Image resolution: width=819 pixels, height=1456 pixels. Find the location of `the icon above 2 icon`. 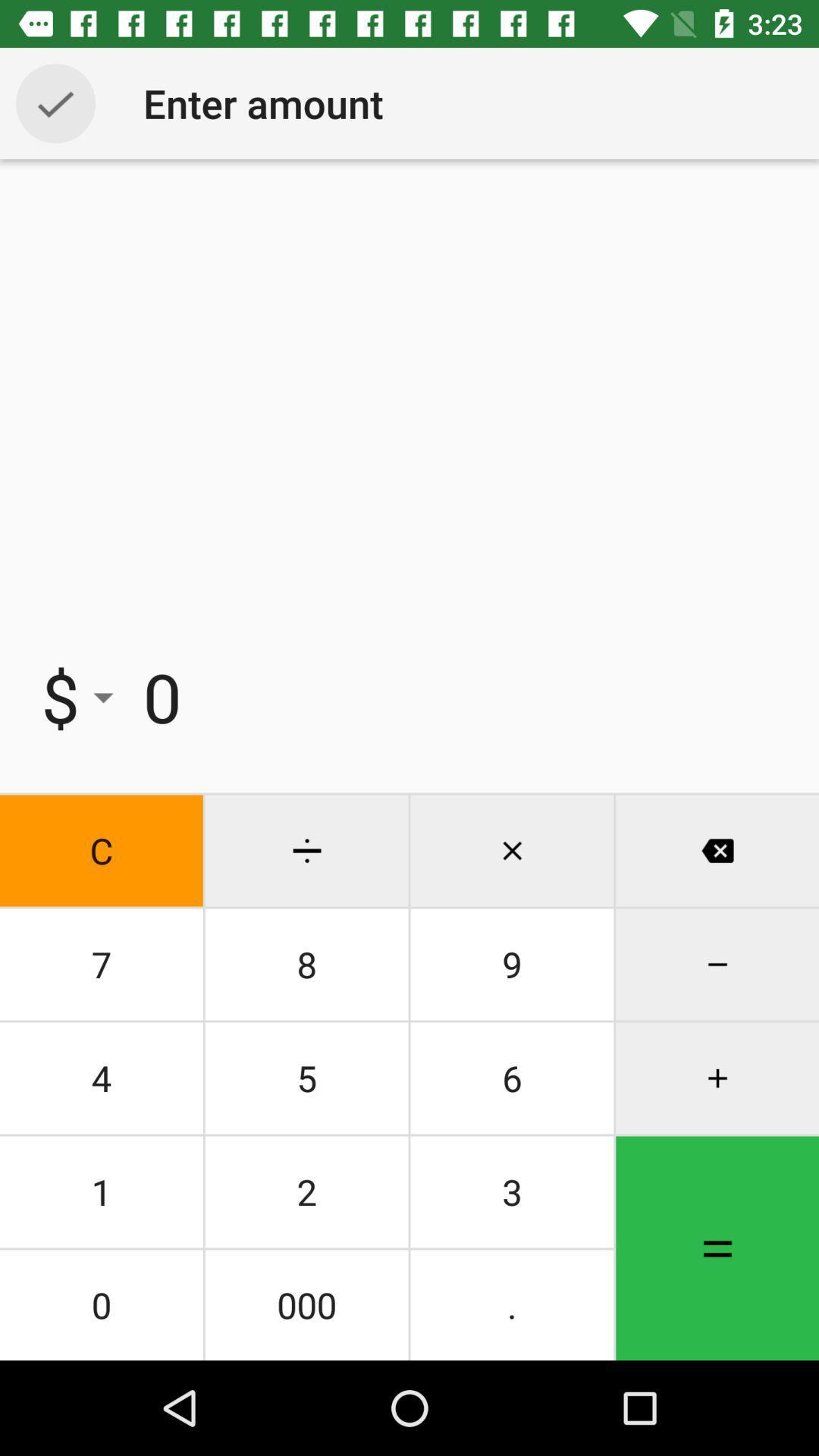

the icon above 2 icon is located at coordinates (512, 1077).